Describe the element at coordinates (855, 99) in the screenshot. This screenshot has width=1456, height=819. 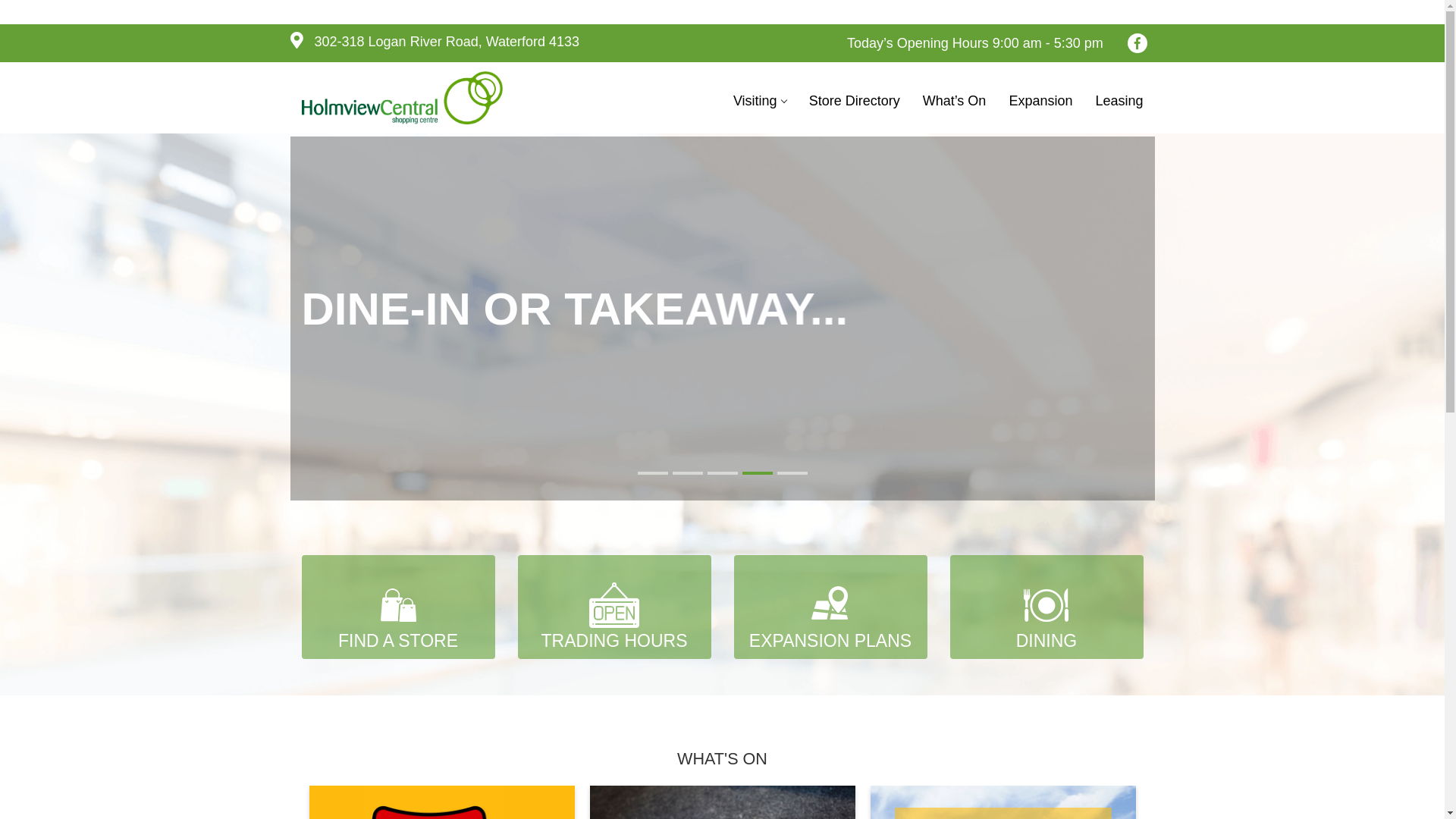
I see `'Store Directory'` at that location.